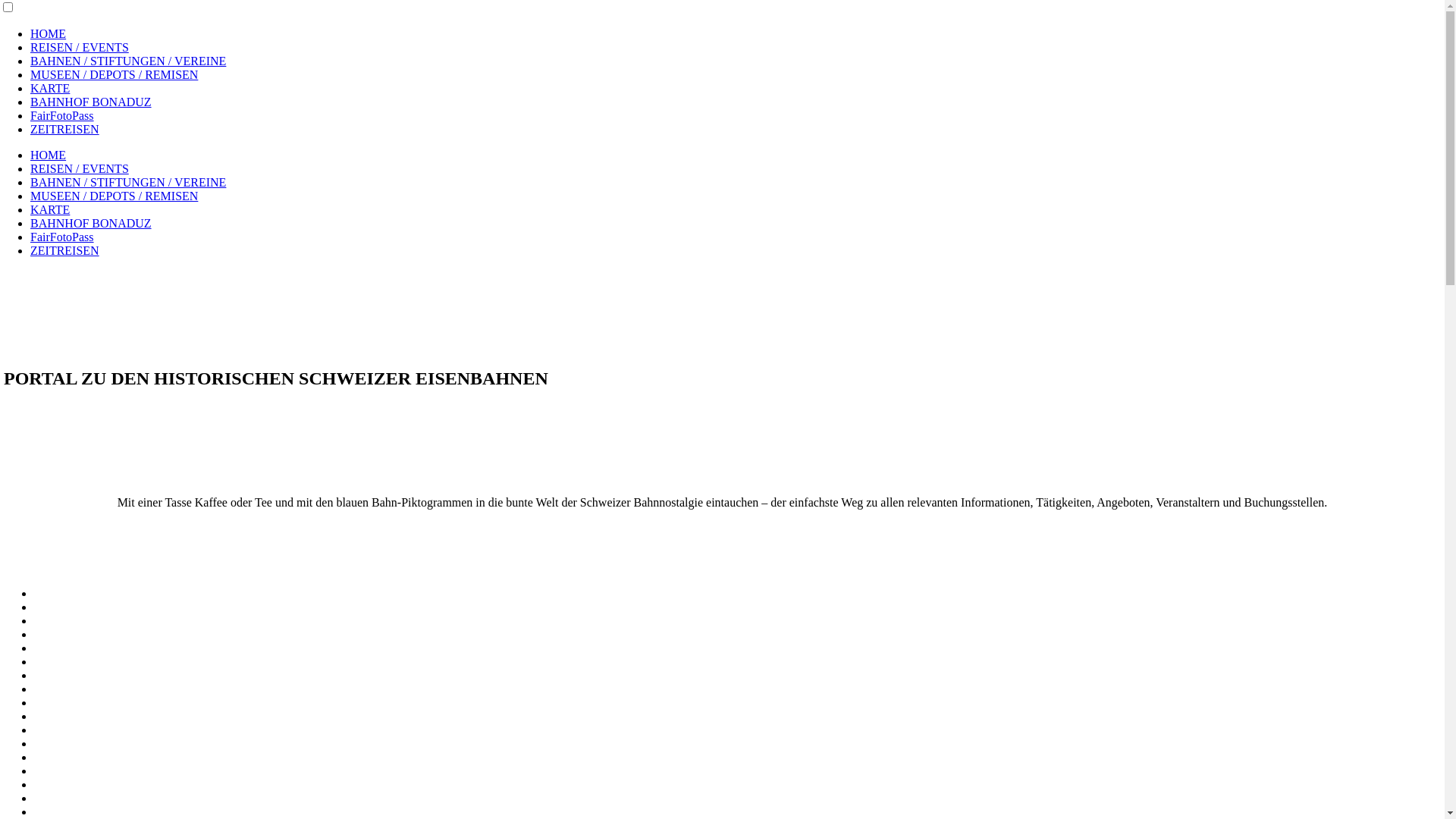 The width and height of the screenshot is (1456, 819). I want to click on 'MUSEEN / DEPOTS / REMISEN', so click(113, 74).